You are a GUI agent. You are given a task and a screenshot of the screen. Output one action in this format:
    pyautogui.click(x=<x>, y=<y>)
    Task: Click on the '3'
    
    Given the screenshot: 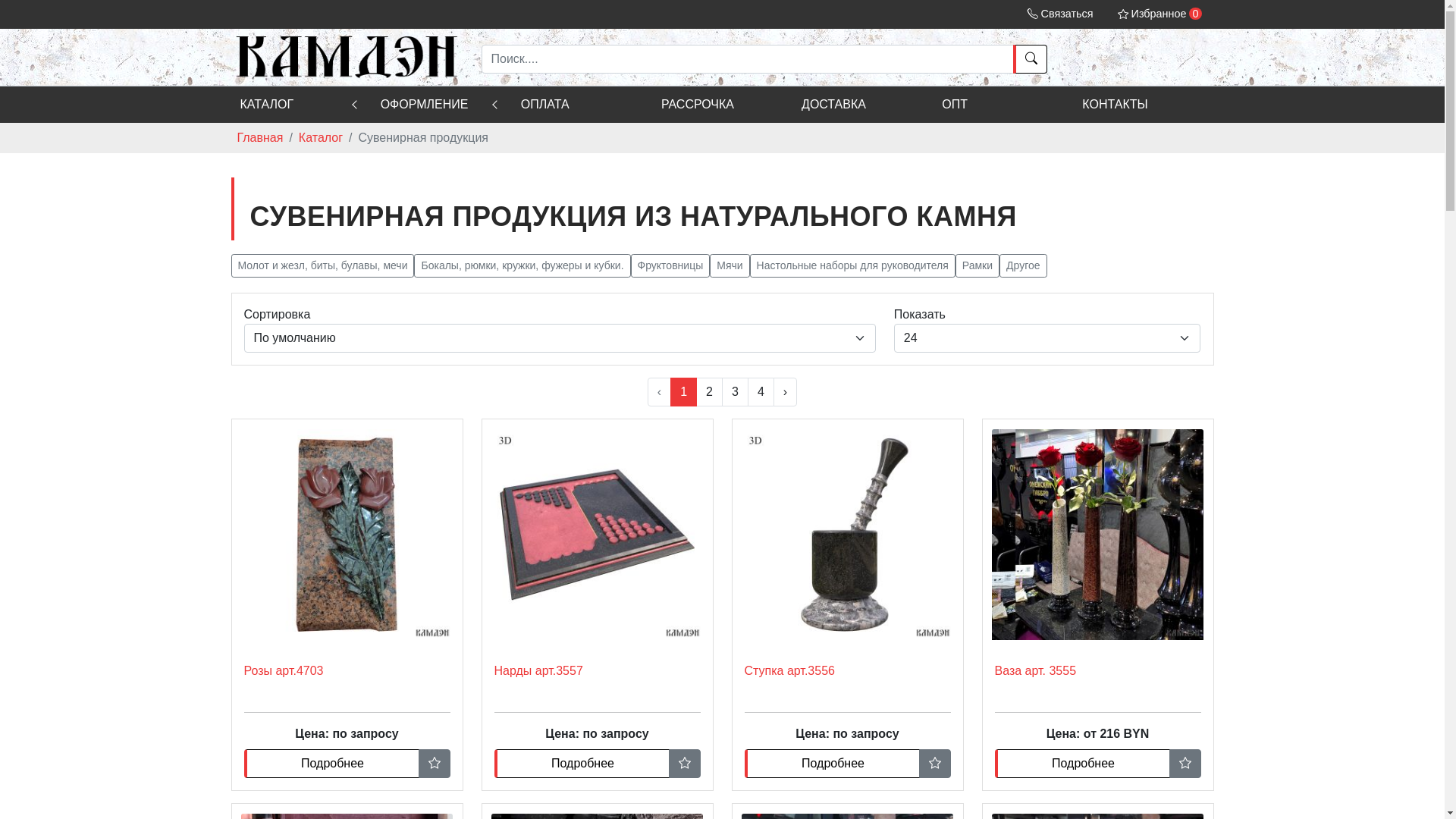 What is the action you would take?
    pyautogui.click(x=735, y=391)
    